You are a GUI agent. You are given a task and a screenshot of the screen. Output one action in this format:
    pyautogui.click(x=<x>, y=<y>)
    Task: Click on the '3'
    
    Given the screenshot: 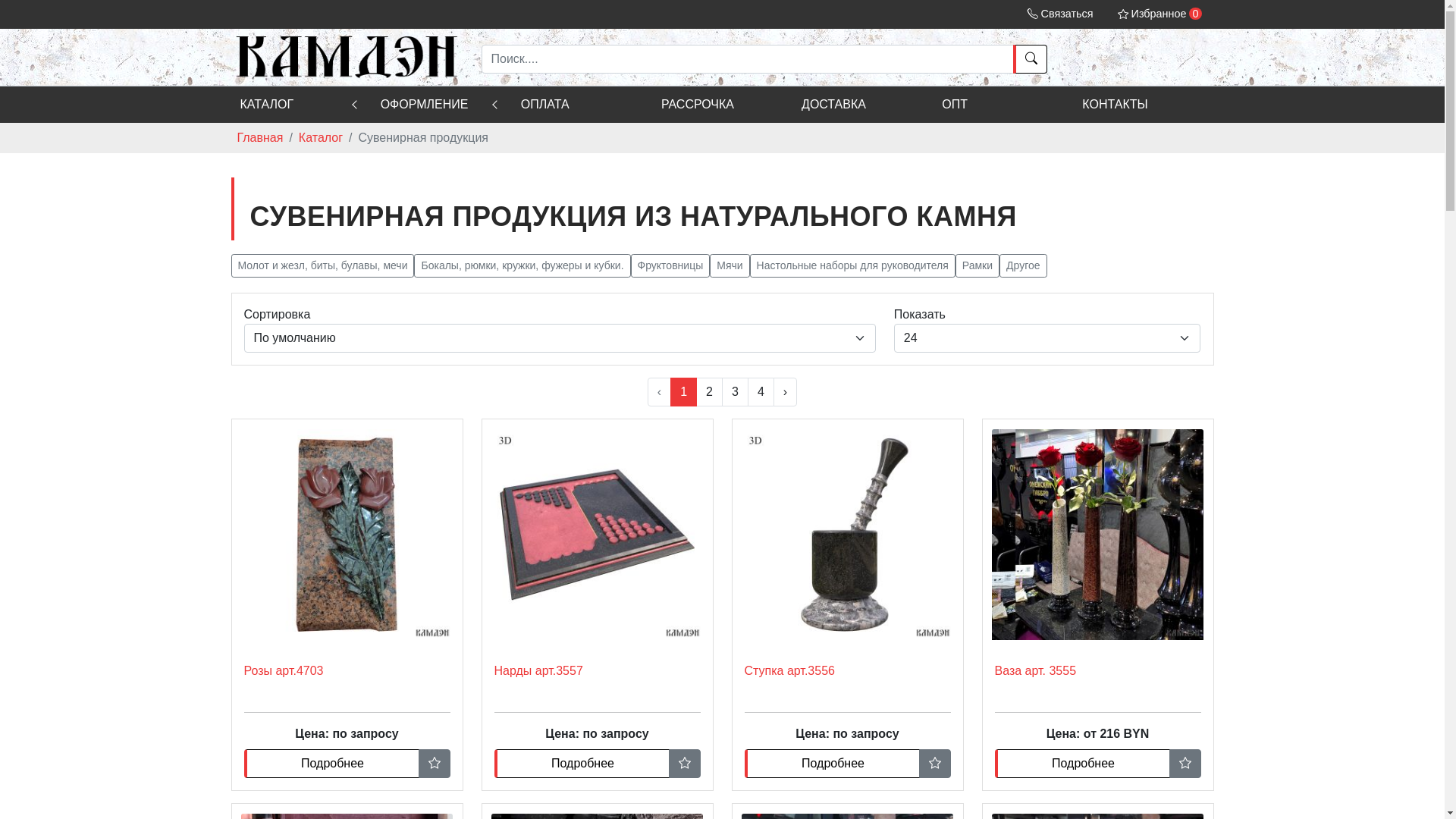 What is the action you would take?
    pyautogui.click(x=735, y=391)
    